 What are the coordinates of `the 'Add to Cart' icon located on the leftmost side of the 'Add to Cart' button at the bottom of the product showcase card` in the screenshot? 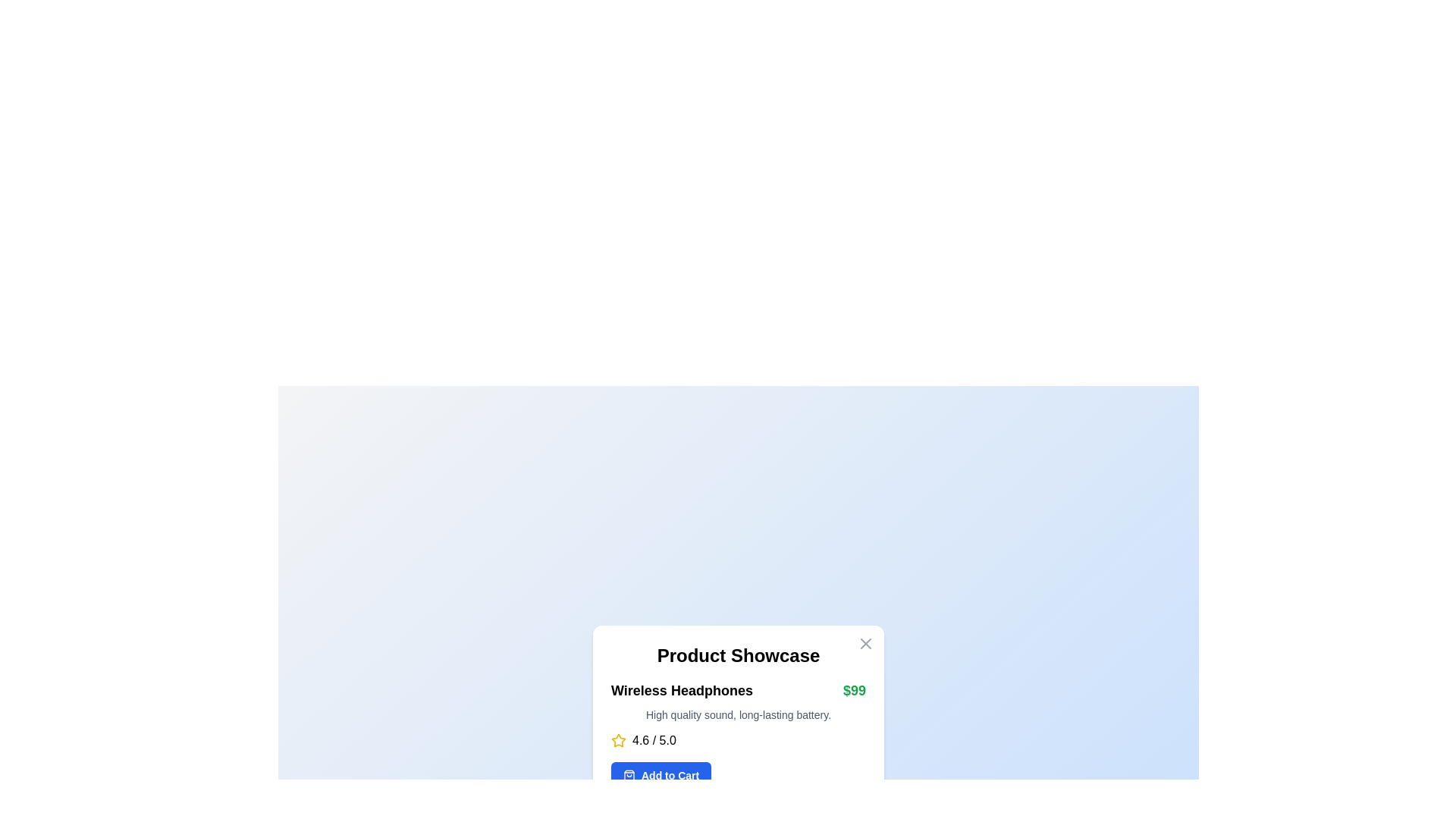 It's located at (629, 775).